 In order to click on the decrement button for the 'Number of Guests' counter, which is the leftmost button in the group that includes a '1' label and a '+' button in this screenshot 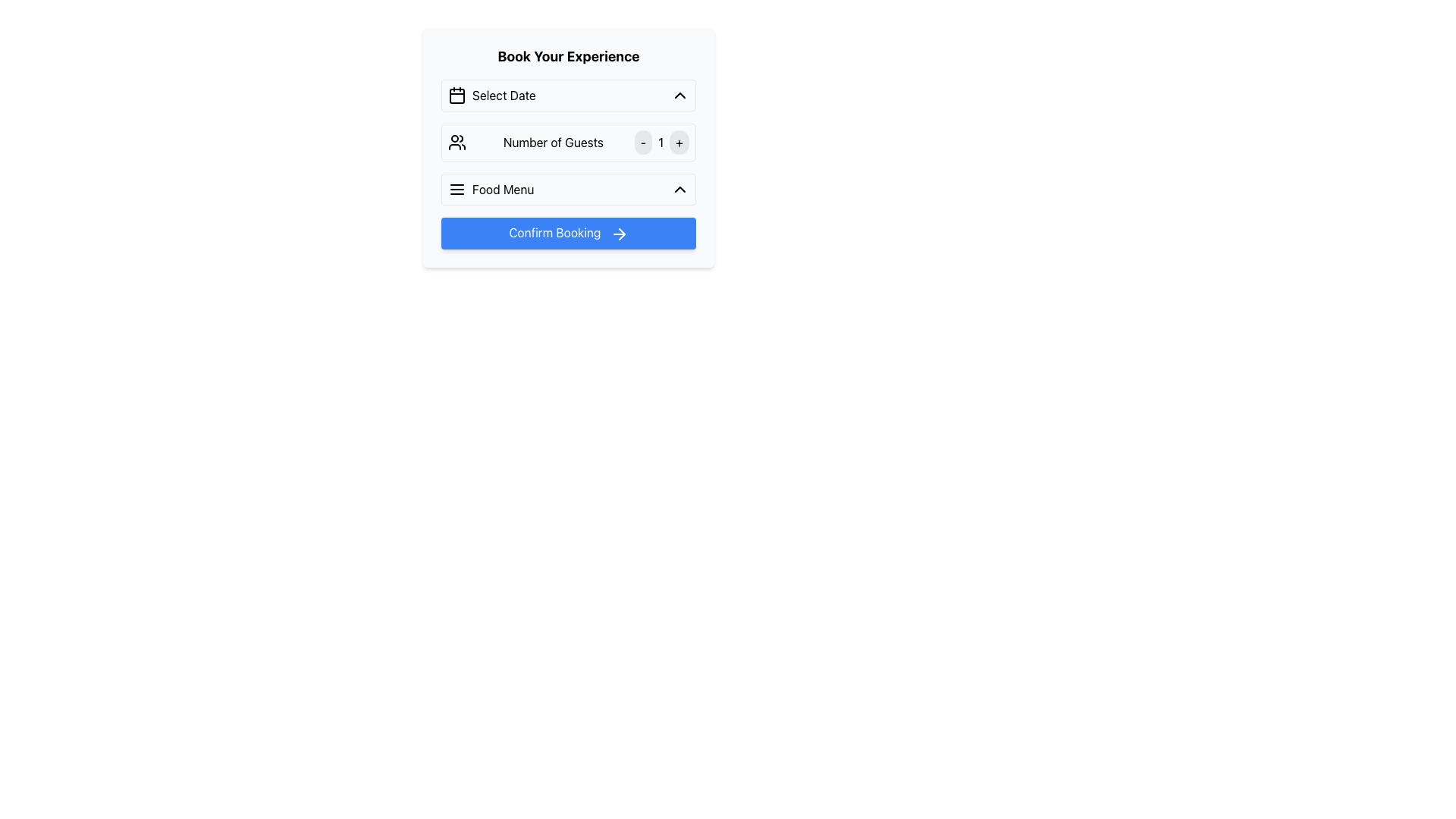, I will do `click(643, 143)`.